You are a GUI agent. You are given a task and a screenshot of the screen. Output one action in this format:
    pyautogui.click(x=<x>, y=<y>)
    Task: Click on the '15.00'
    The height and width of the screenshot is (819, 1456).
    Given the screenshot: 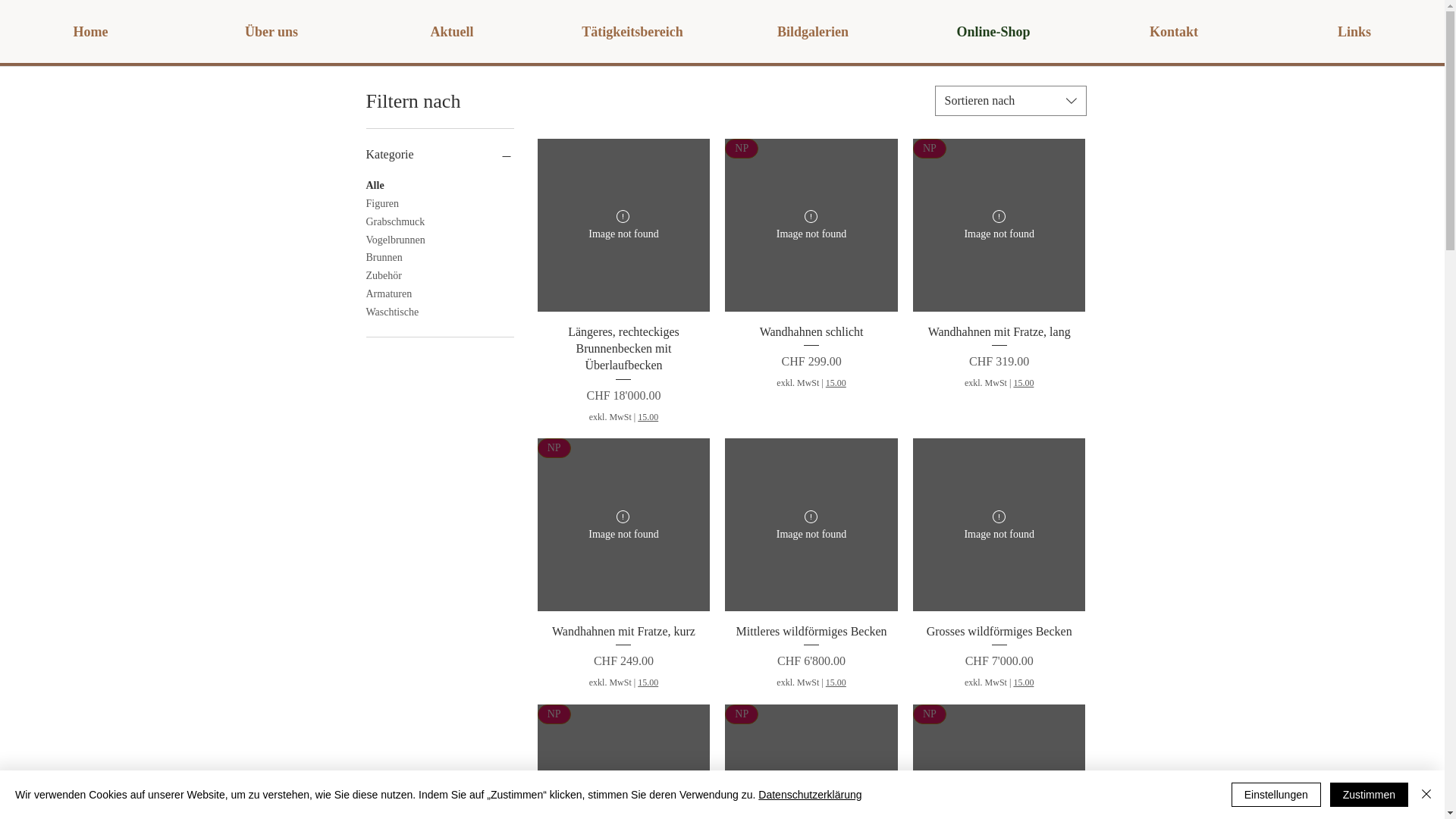 What is the action you would take?
    pyautogui.click(x=648, y=417)
    